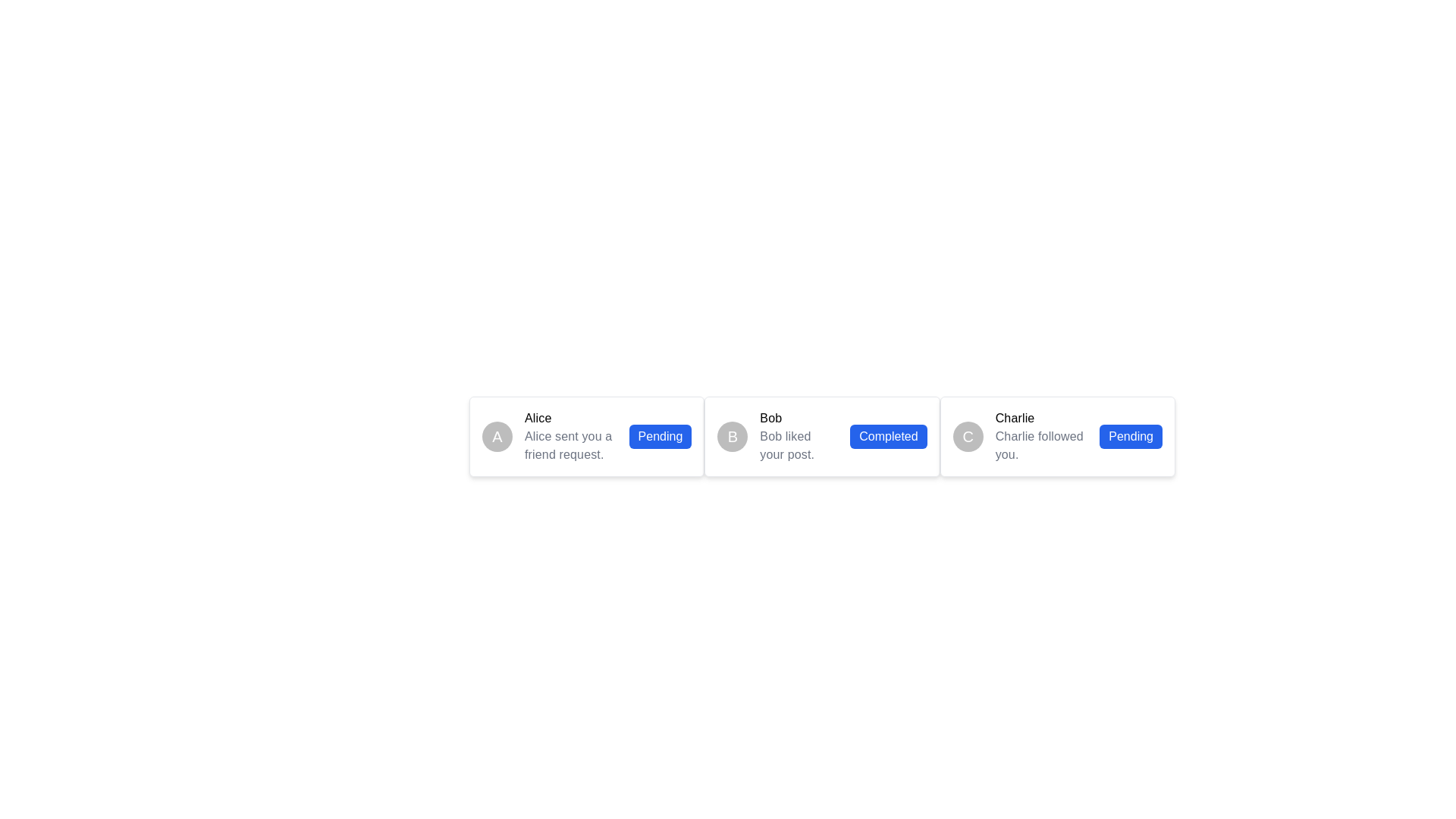 This screenshot has width=1456, height=819. Describe the element at coordinates (497, 436) in the screenshot. I see `the circular avatar representing user 'Alice'` at that location.